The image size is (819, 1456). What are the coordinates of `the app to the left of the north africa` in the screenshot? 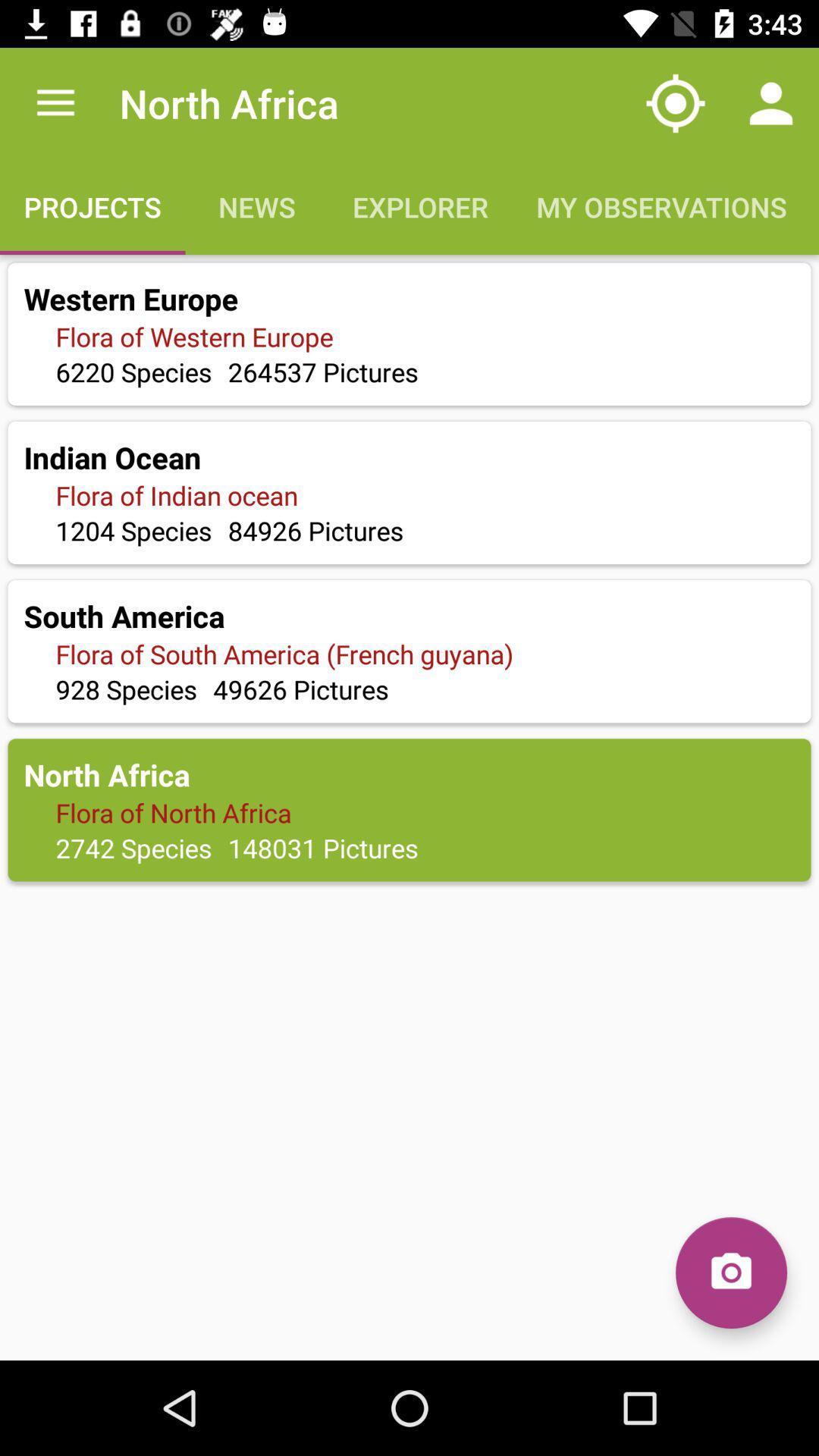 It's located at (55, 102).